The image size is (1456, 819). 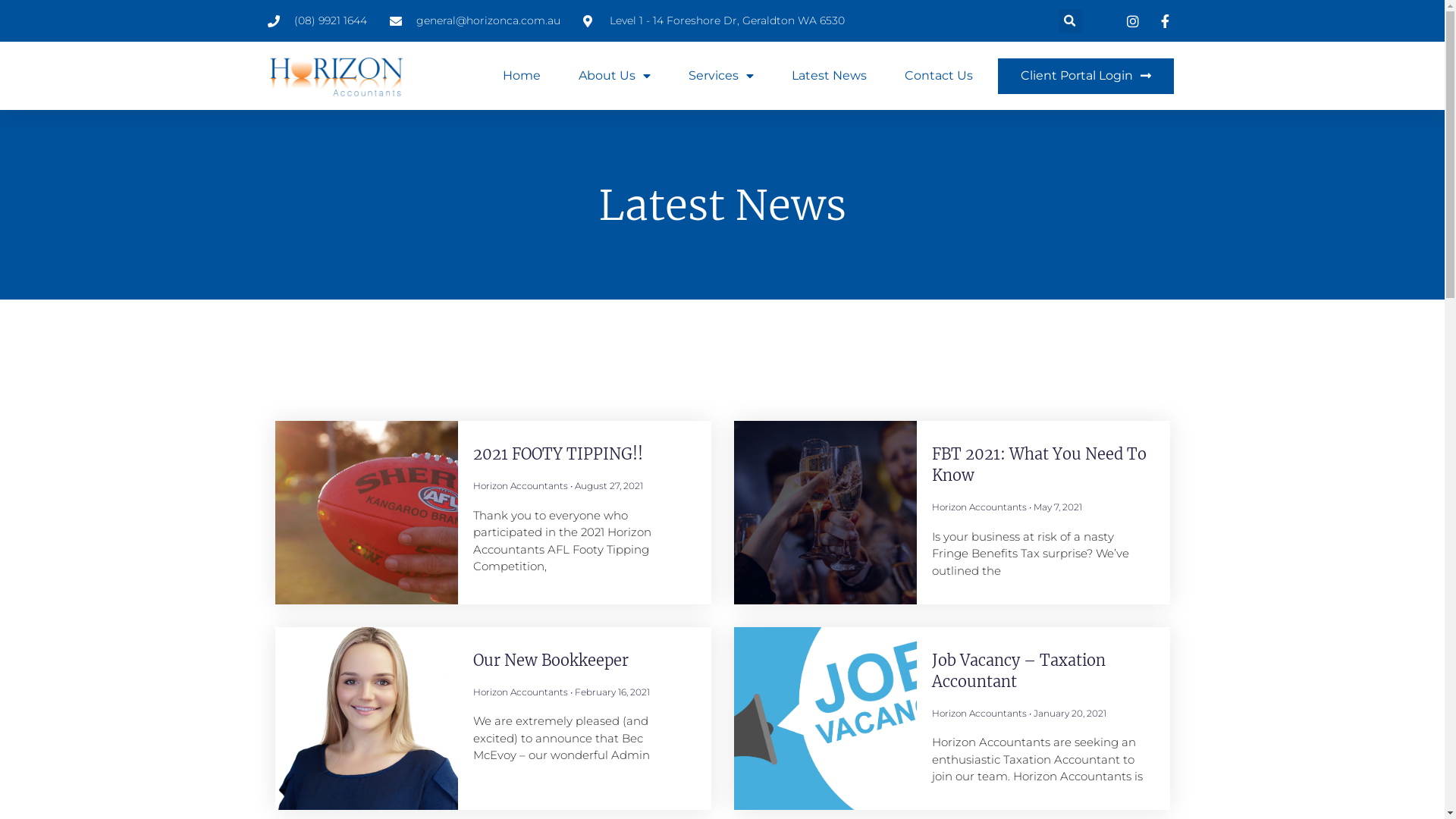 I want to click on 'general@horizonca.com.au', so click(x=474, y=20).